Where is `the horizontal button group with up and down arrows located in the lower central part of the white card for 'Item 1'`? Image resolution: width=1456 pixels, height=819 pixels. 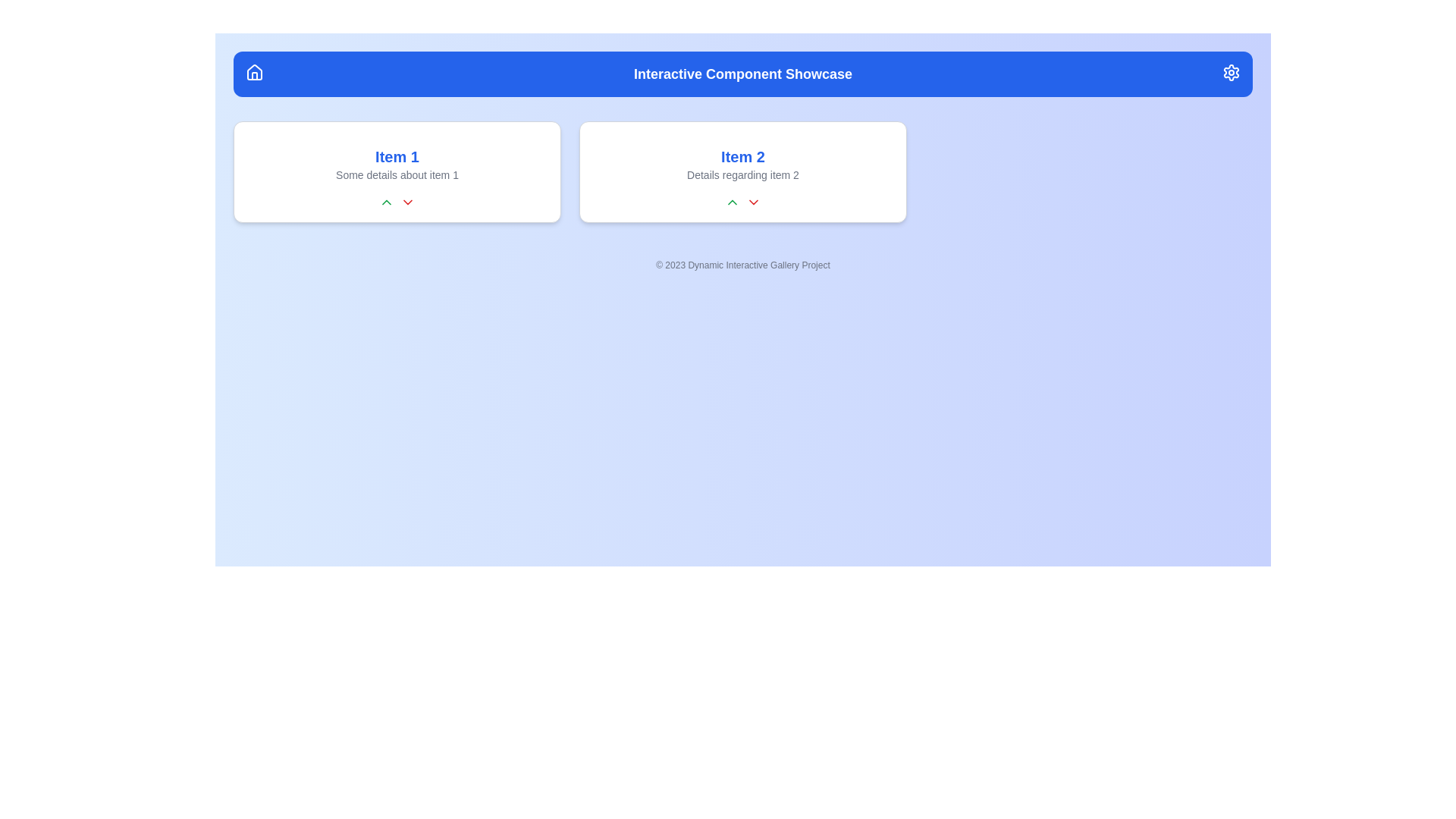 the horizontal button group with up and down arrows located in the lower central part of the white card for 'Item 1' is located at coordinates (397, 201).